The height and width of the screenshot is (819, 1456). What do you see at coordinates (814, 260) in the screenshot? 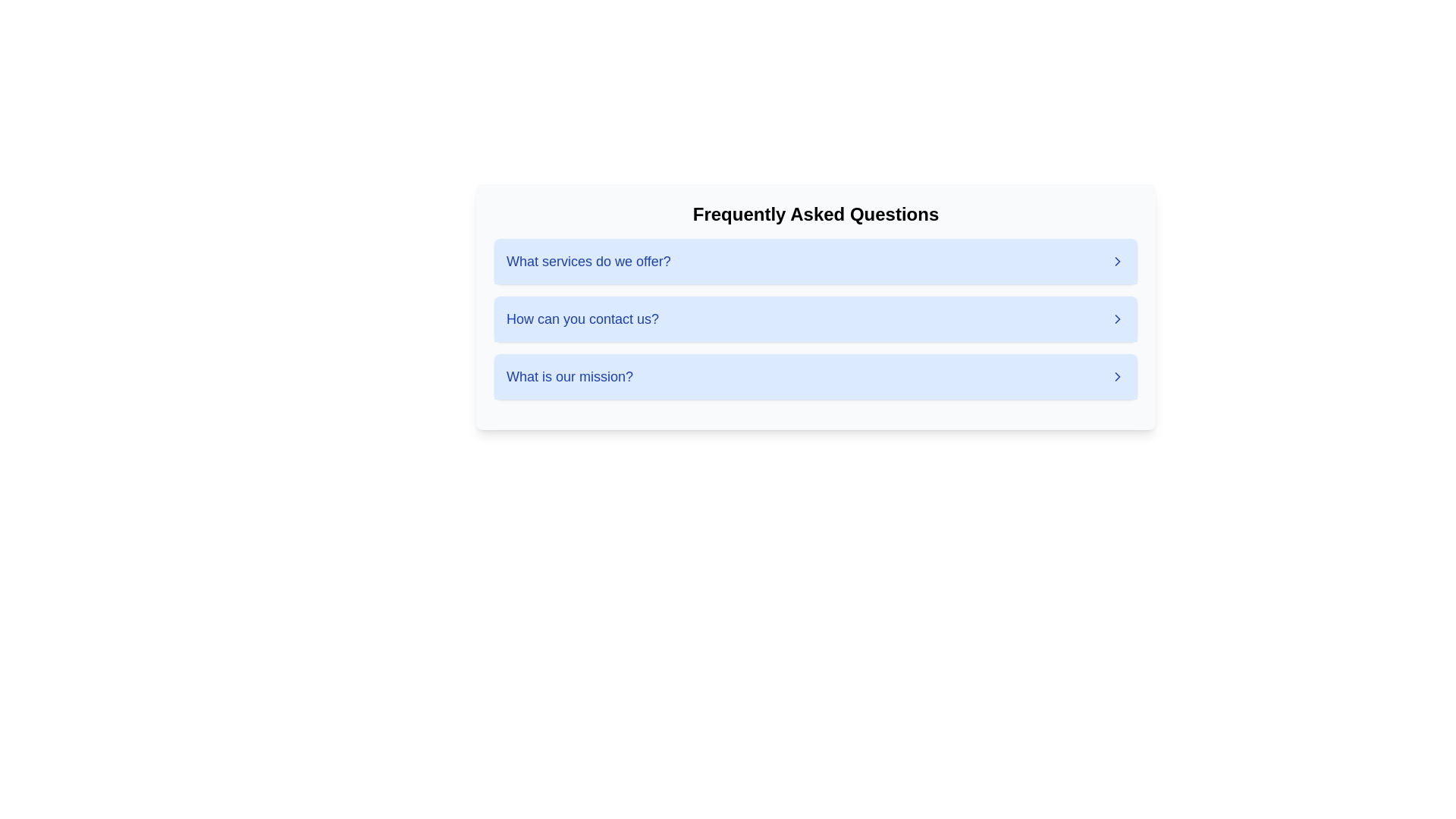
I see `the Expandable List Item labeled 'What services do we offer?'` at bounding box center [814, 260].